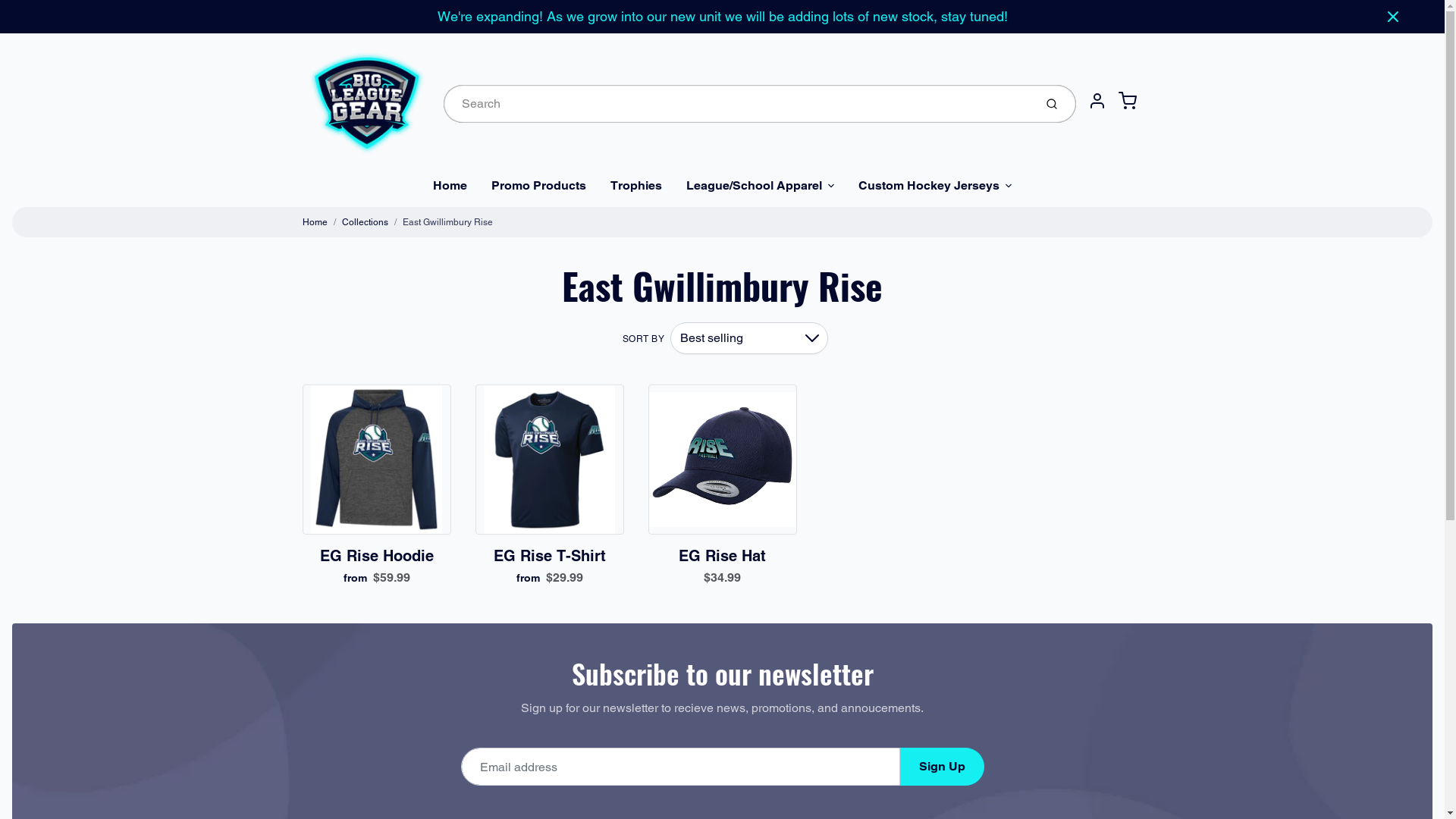 Image resolution: width=1456 pixels, height=819 pixels. What do you see at coordinates (934, 185) in the screenshot?
I see `'Custom Hockey Jerseys'` at bounding box center [934, 185].